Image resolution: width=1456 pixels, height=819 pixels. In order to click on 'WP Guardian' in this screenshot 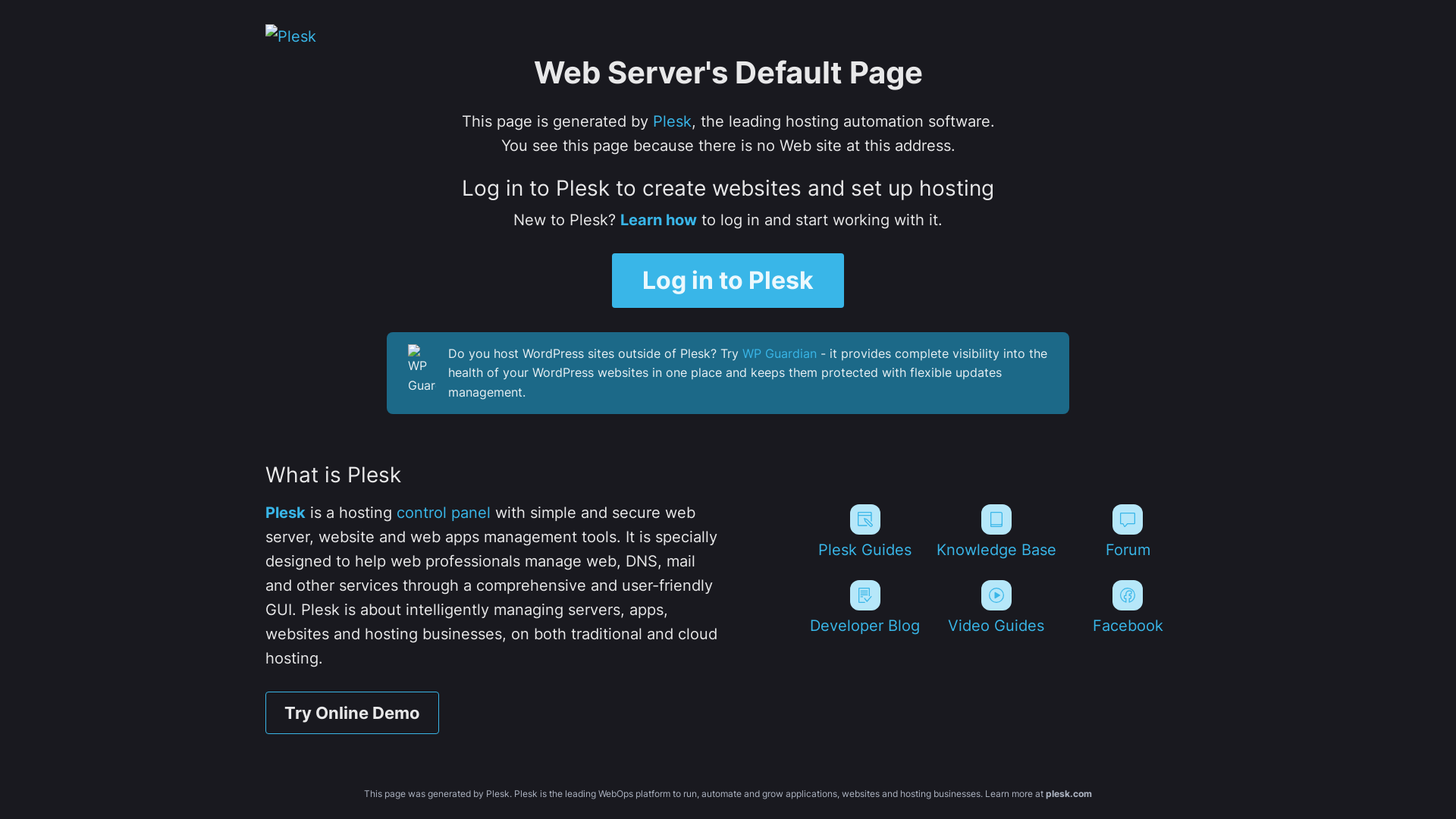, I will do `click(779, 353)`.